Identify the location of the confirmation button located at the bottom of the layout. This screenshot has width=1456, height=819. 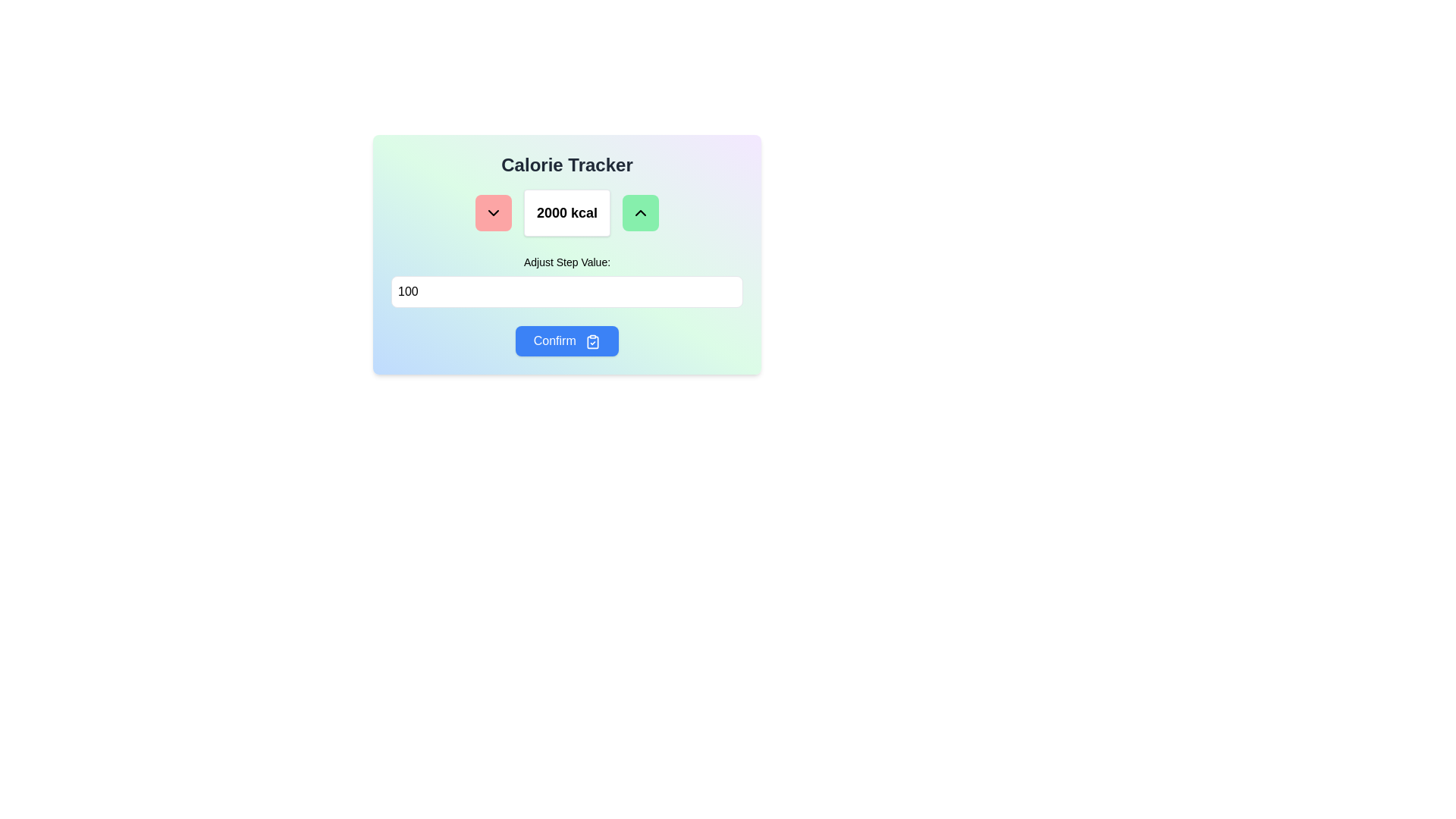
(566, 341).